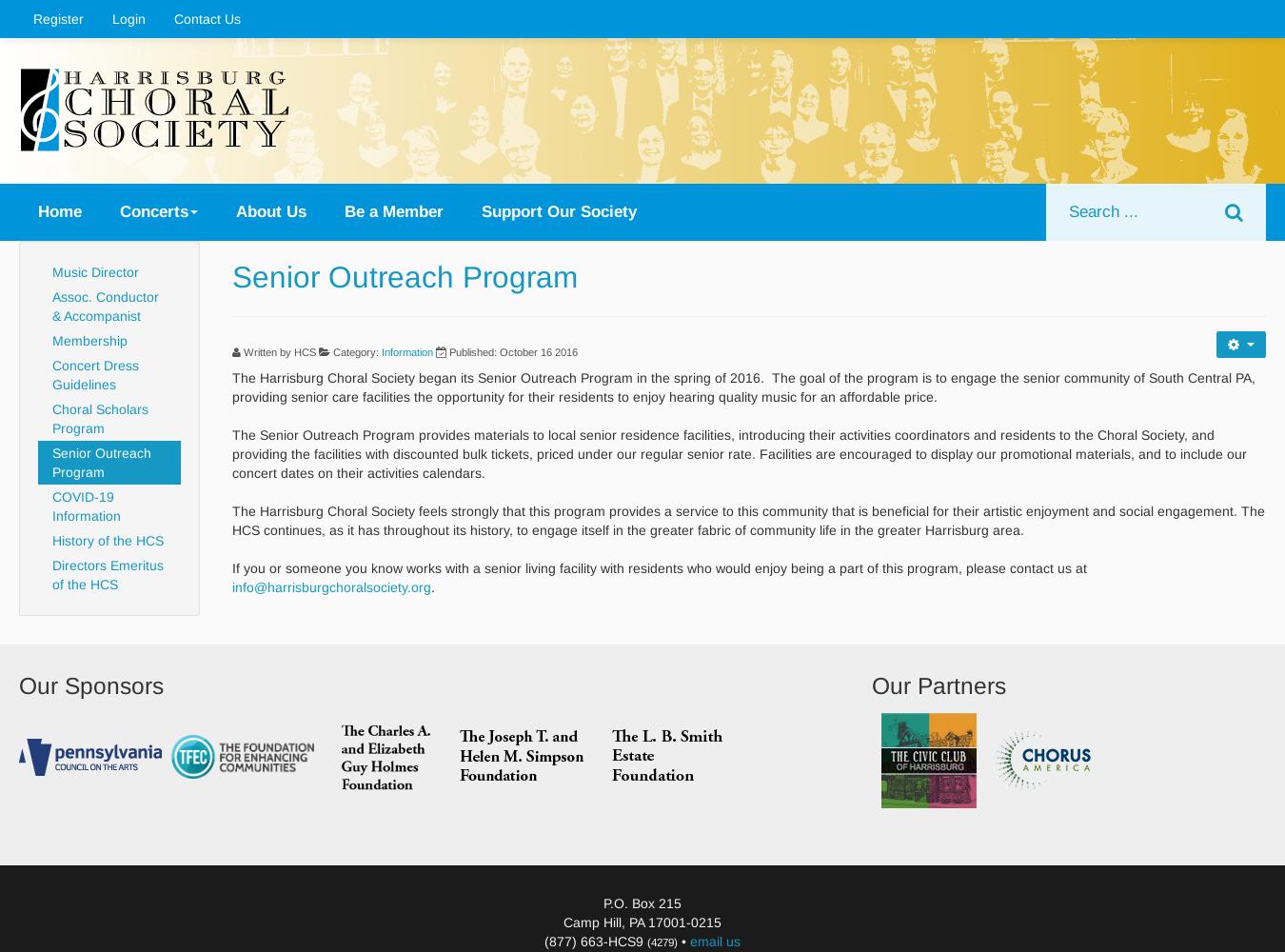 The image size is (1285, 952). I want to click on '(877) 663-HCS9', so click(595, 940).